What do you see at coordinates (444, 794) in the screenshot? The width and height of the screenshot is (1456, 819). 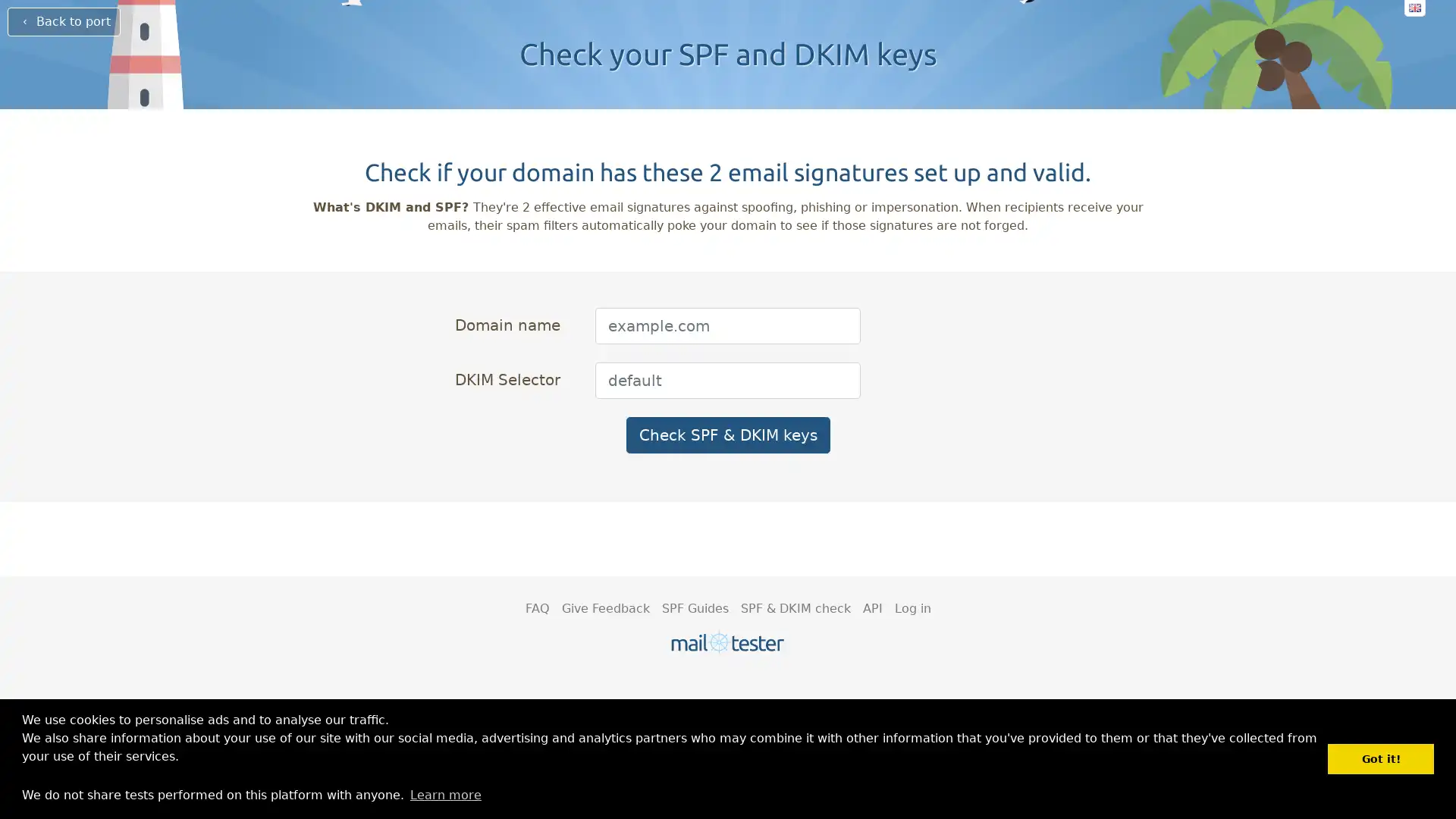 I see `learn more about cookies` at bounding box center [444, 794].